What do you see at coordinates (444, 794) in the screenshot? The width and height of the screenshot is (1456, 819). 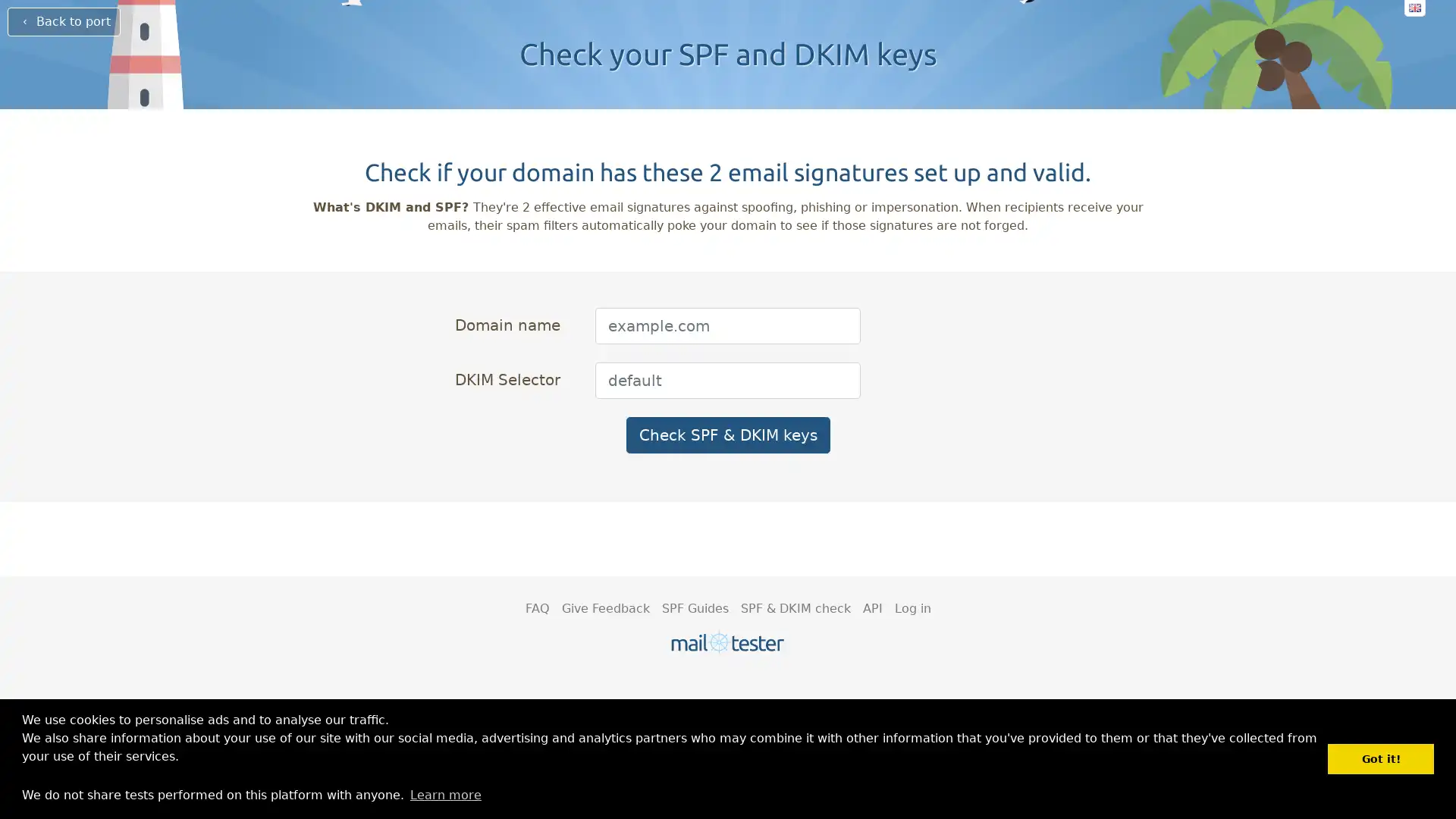 I see `learn more about cookies` at bounding box center [444, 794].